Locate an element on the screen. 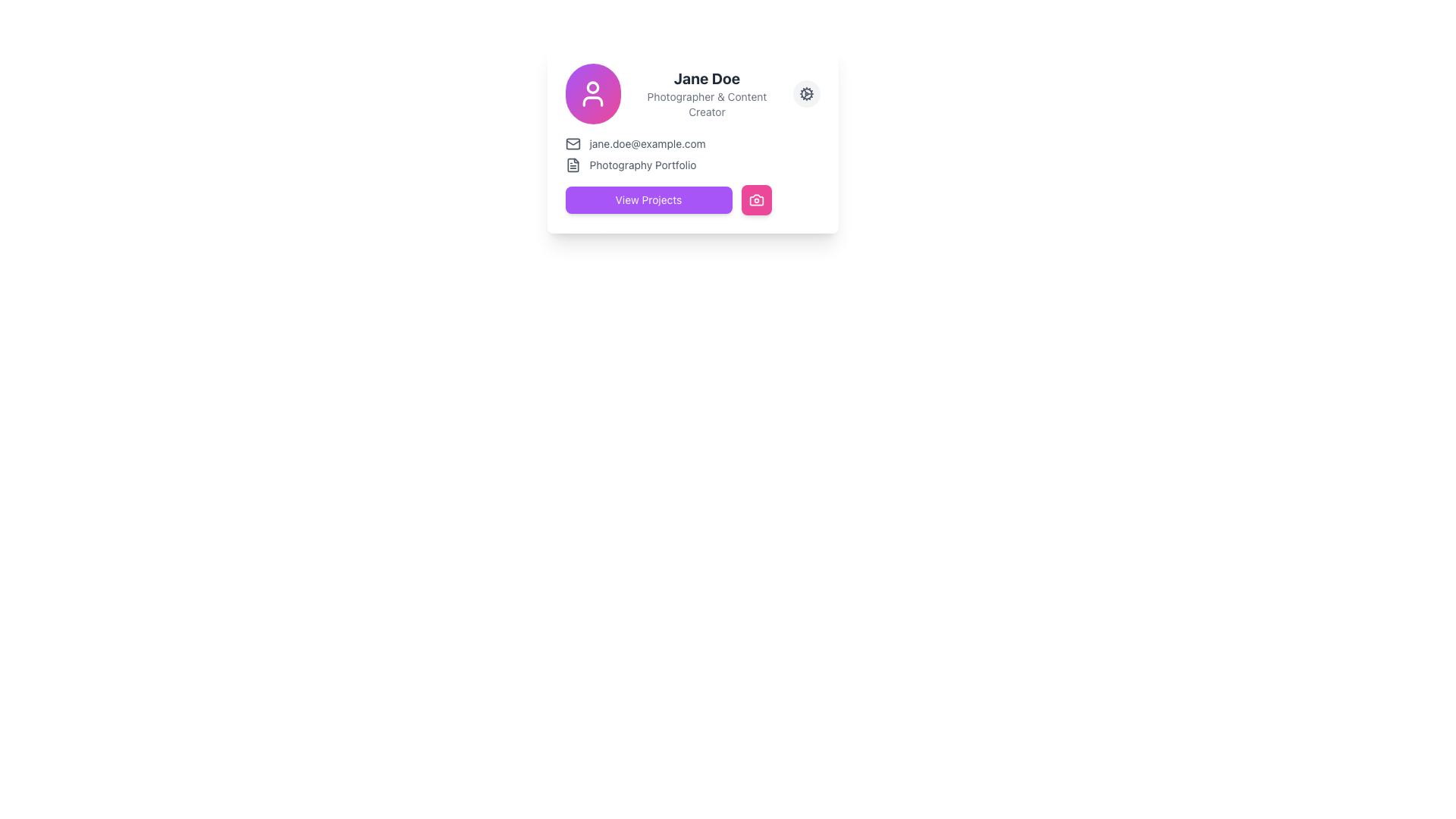 The height and width of the screenshot is (819, 1456). the interactive navigation button located on the leftmost side of a horizontal layout, which directs the user is located at coordinates (648, 199).